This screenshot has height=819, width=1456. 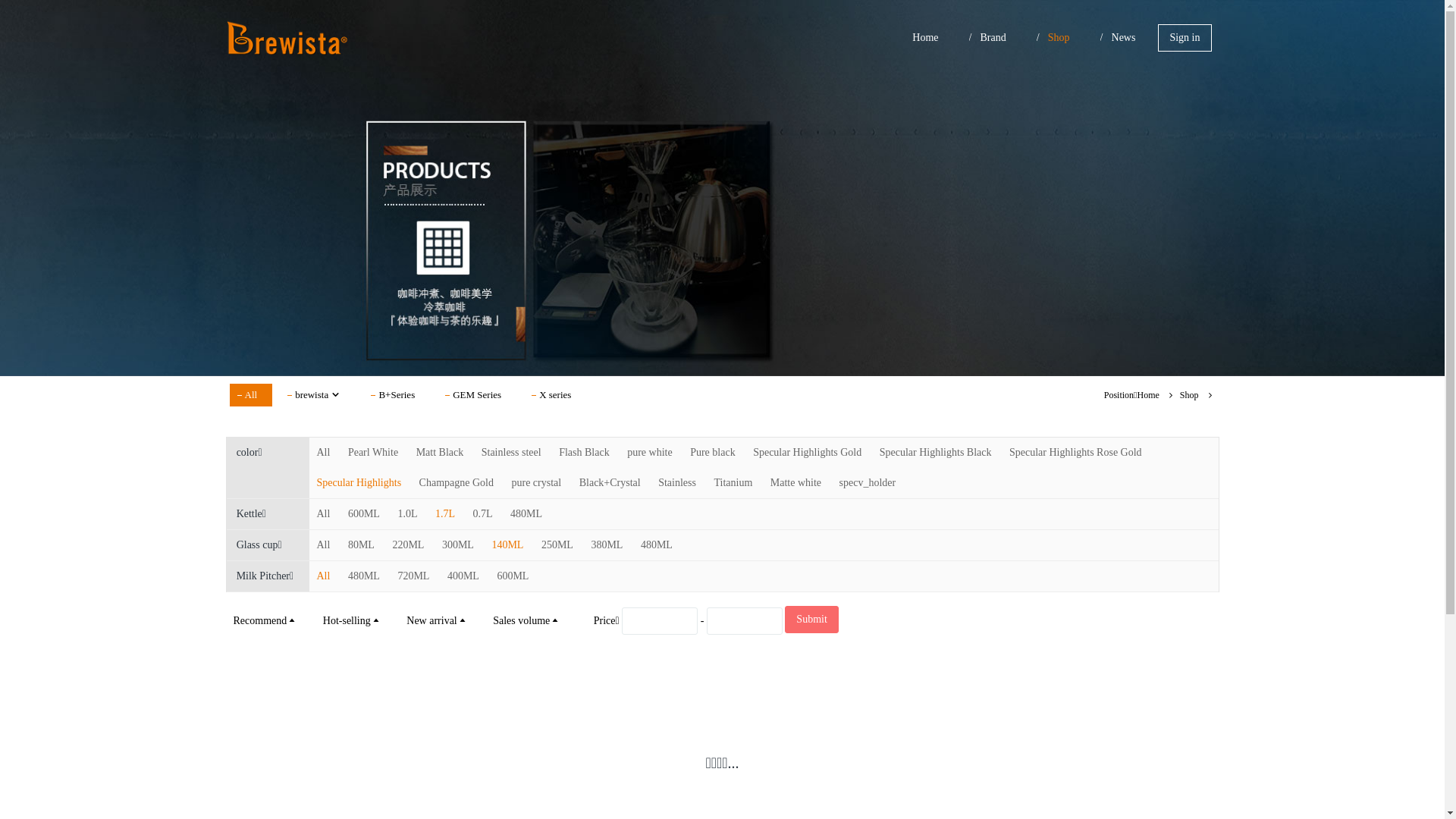 What do you see at coordinates (455, 482) in the screenshot?
I see `'Champagne Gold'` at bounding box center [455, 482].